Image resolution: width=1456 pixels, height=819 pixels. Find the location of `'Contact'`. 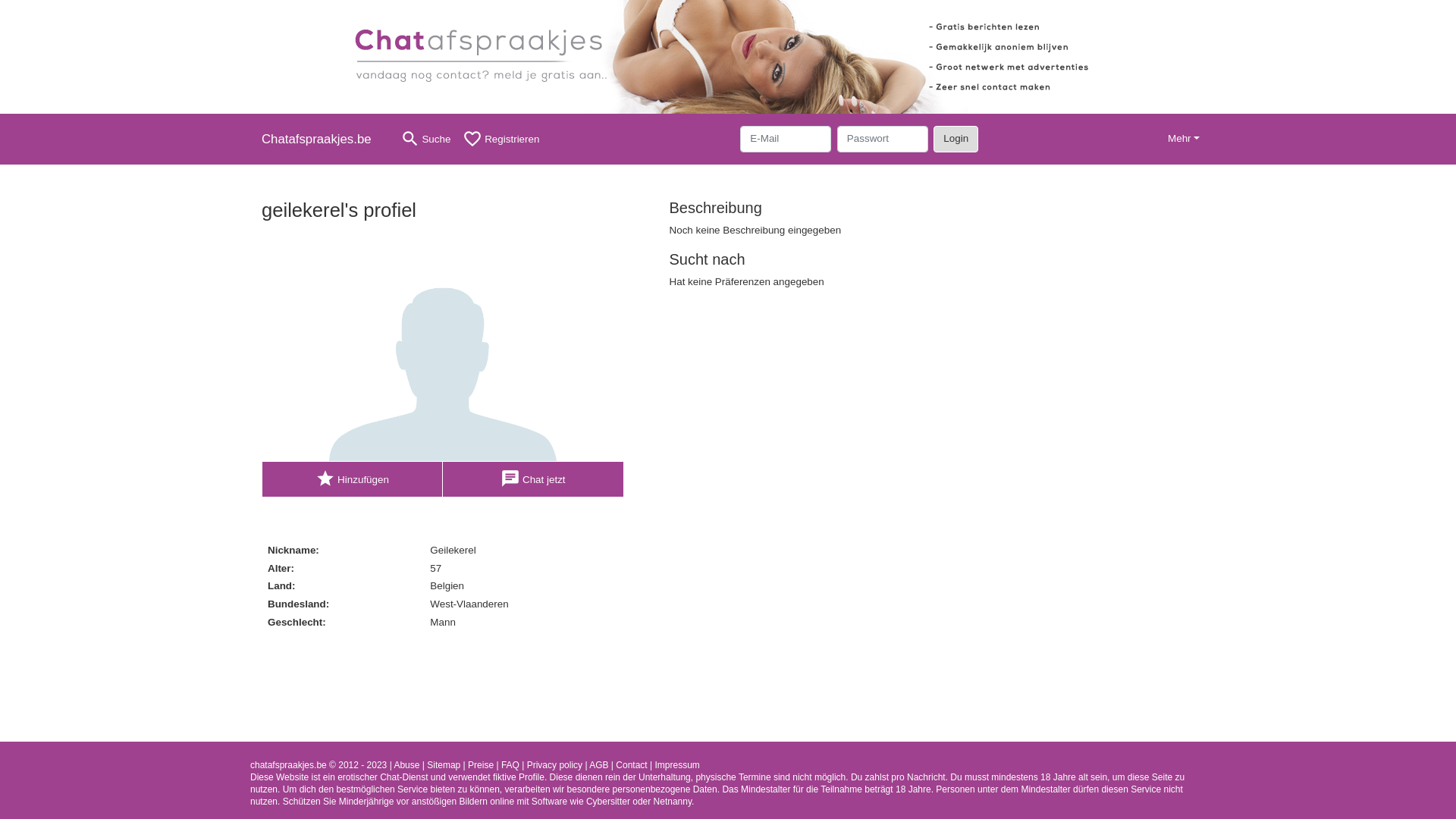

'Contact' is located at coordinates (631, 765).